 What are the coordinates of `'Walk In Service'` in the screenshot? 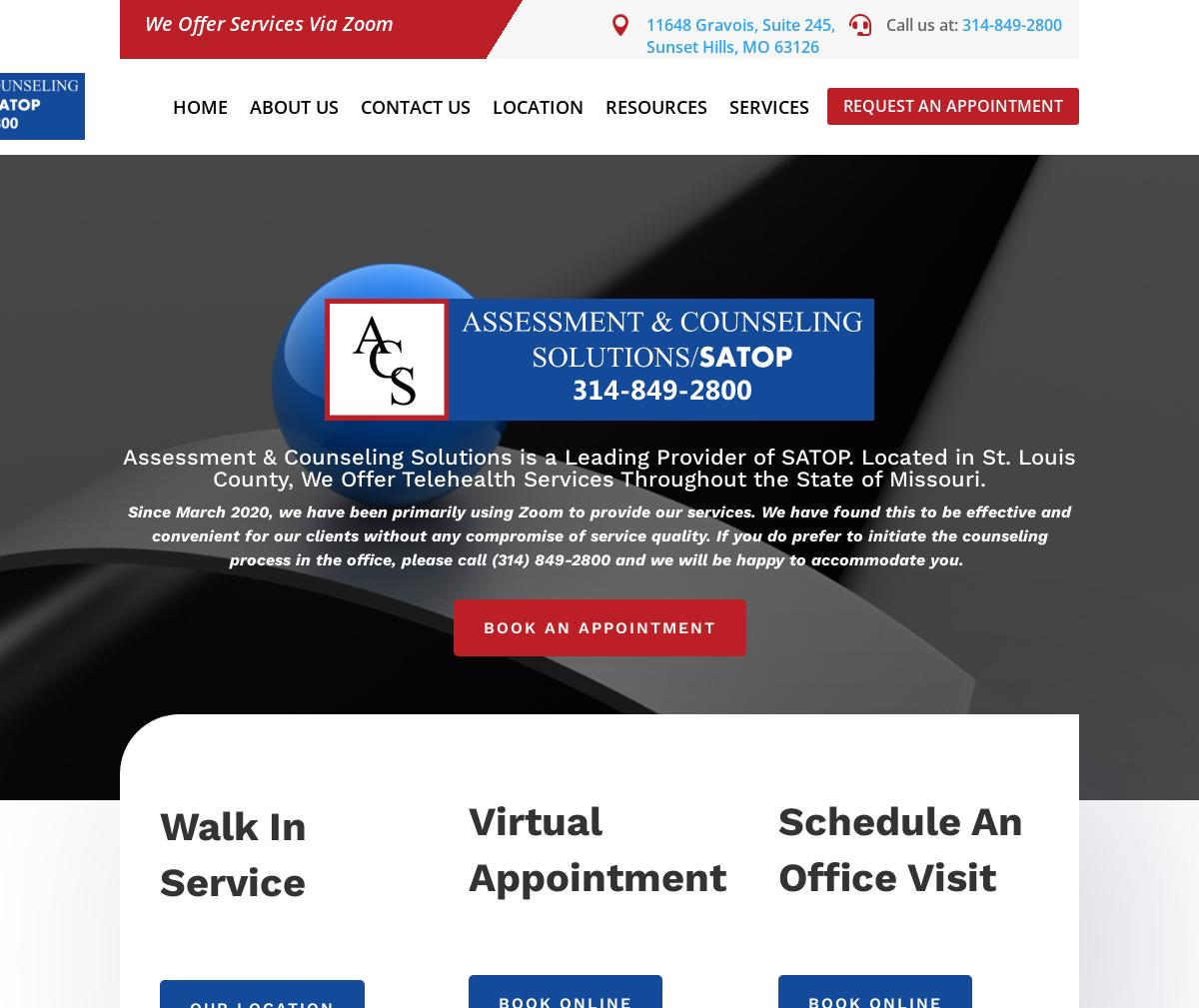 It's located at (158, 853).